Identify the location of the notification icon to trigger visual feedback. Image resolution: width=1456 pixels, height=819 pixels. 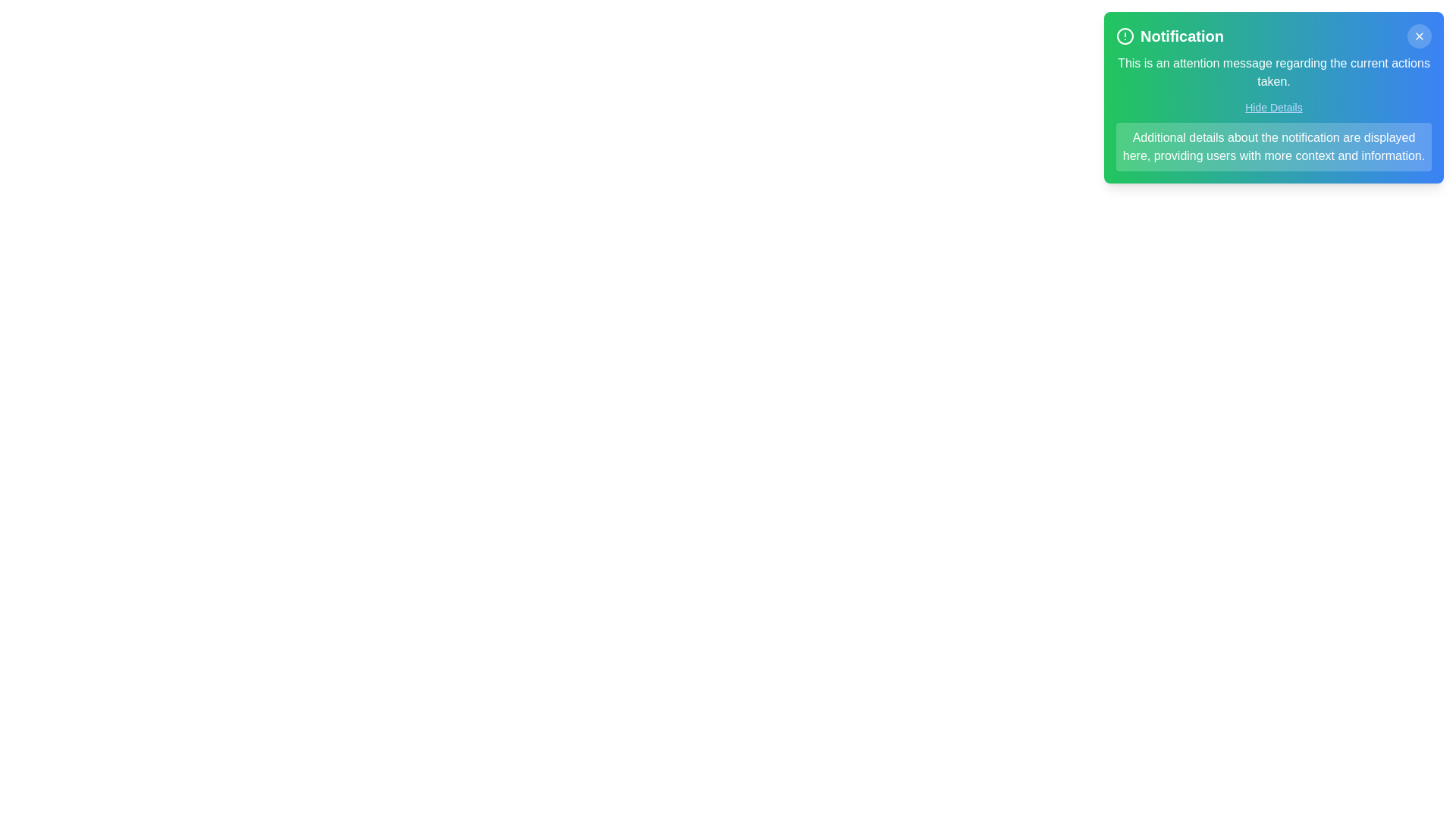
(1125, 35).